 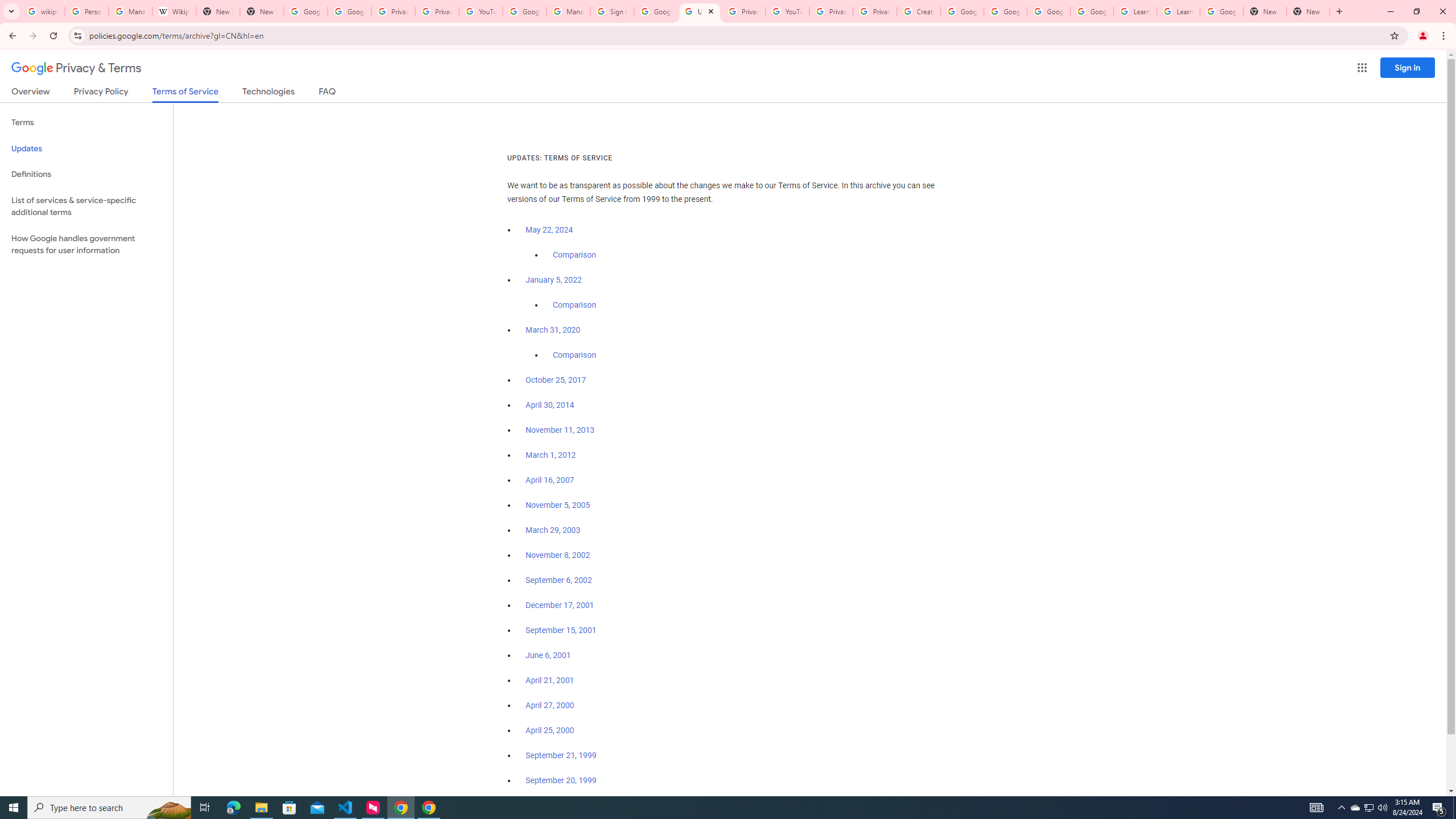 I want to click on 'March 31, 2020', so click(x=552, y=330).